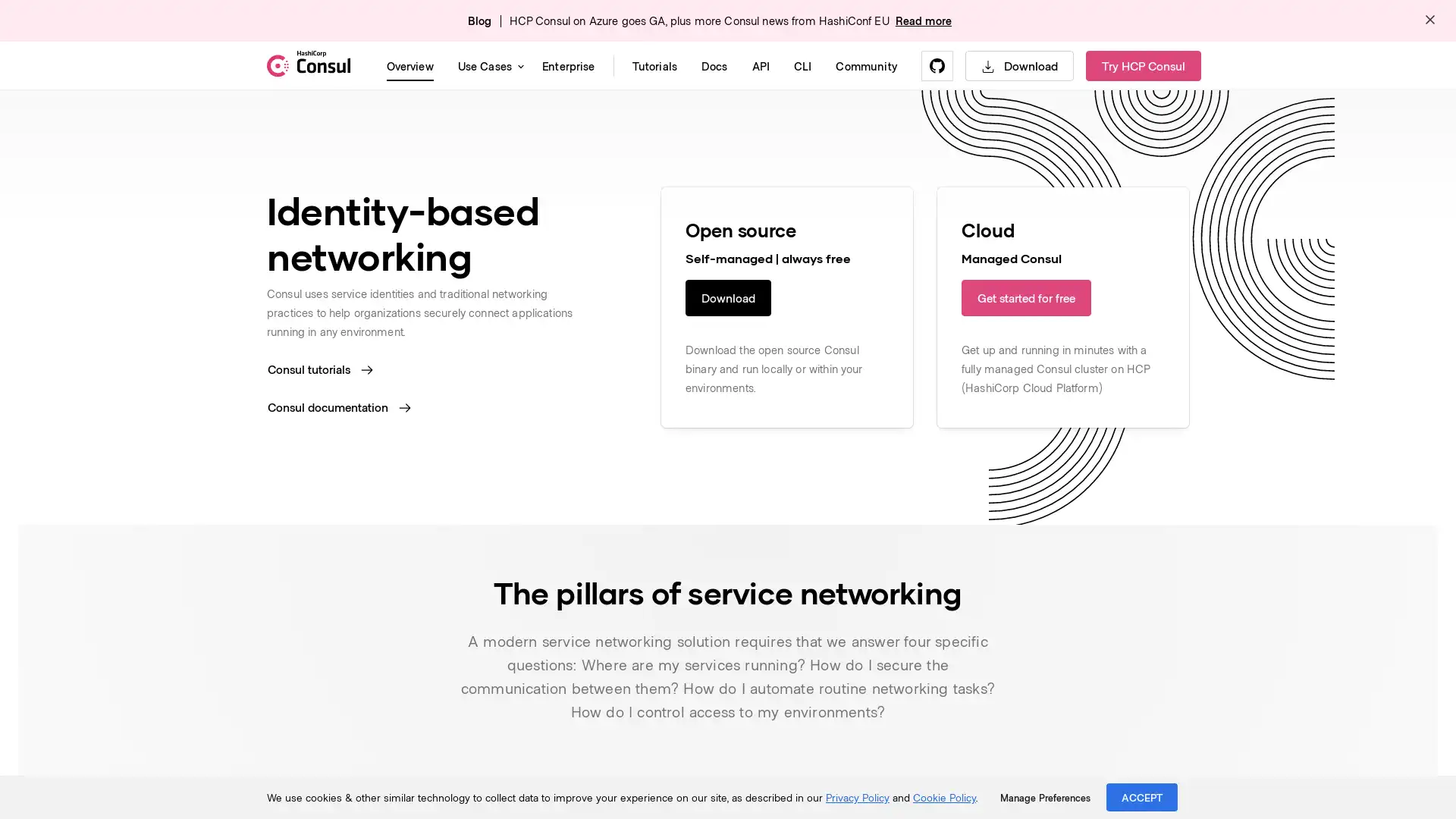 This screenshot has width=1456, height=819. What do you see at coordinates (488, 65) in the screenshot?
I see `Use Cases` at bounding box center [488, 65].